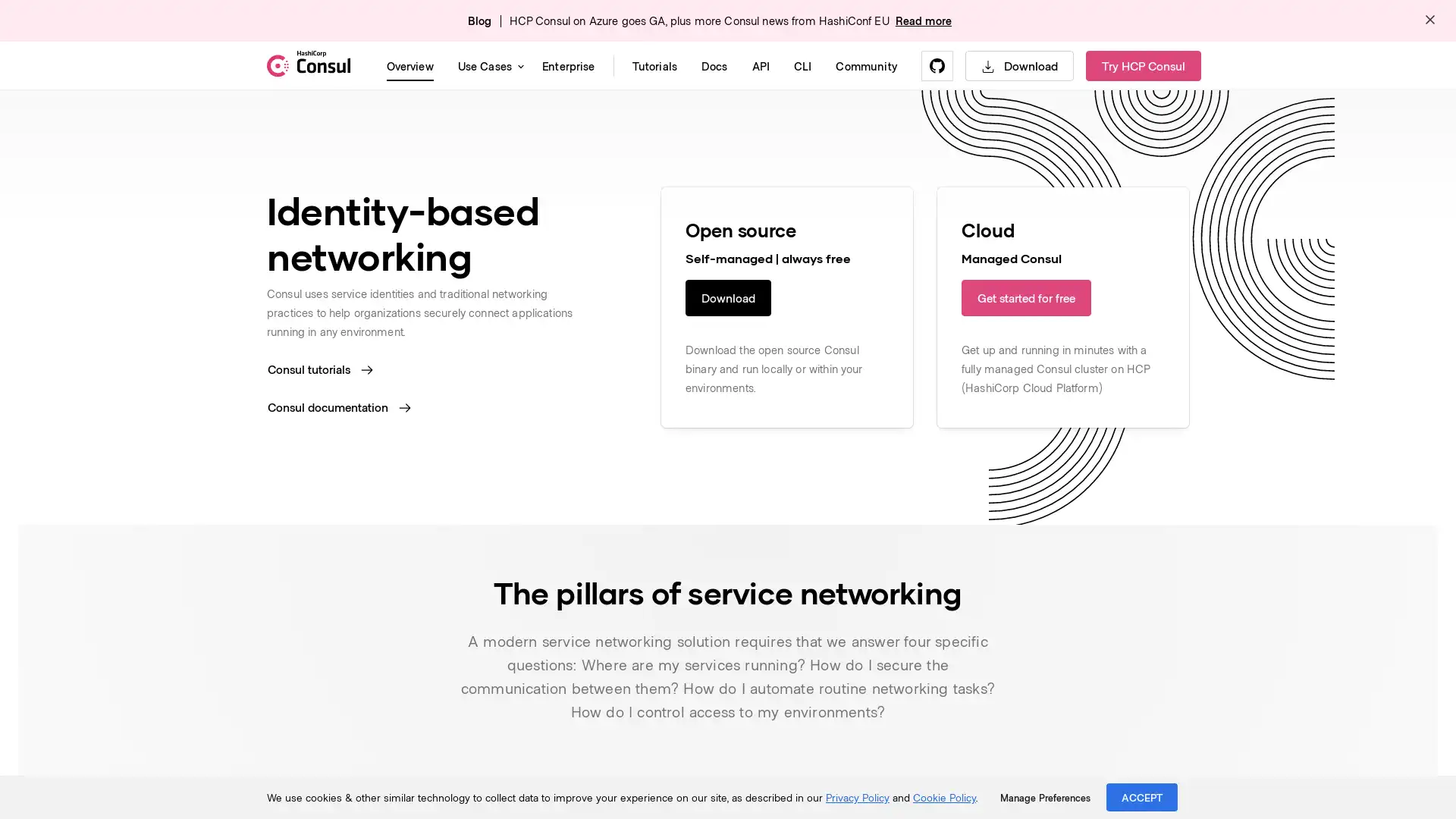 This screenshot has width=1456, height=819. What do you see at coordinates (488, 65) in the screenshot?
I see `Use Cases` at bounding box center [488, 65].